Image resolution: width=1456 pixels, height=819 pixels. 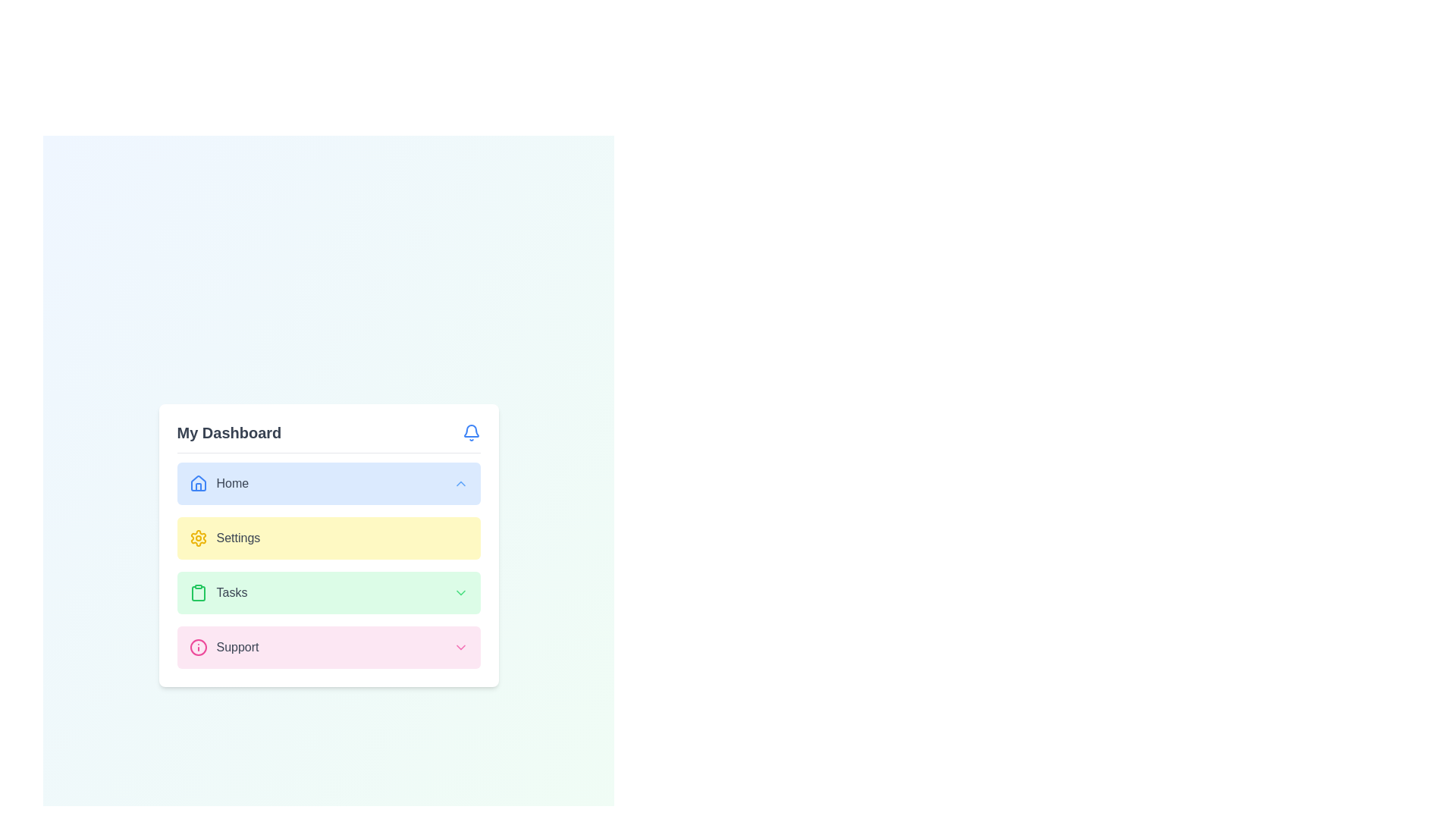 I want to click on the small part of the house icon within the blue background tile labeled 'Home' in the top section of the vertical menu, so click(x=197, y=486).